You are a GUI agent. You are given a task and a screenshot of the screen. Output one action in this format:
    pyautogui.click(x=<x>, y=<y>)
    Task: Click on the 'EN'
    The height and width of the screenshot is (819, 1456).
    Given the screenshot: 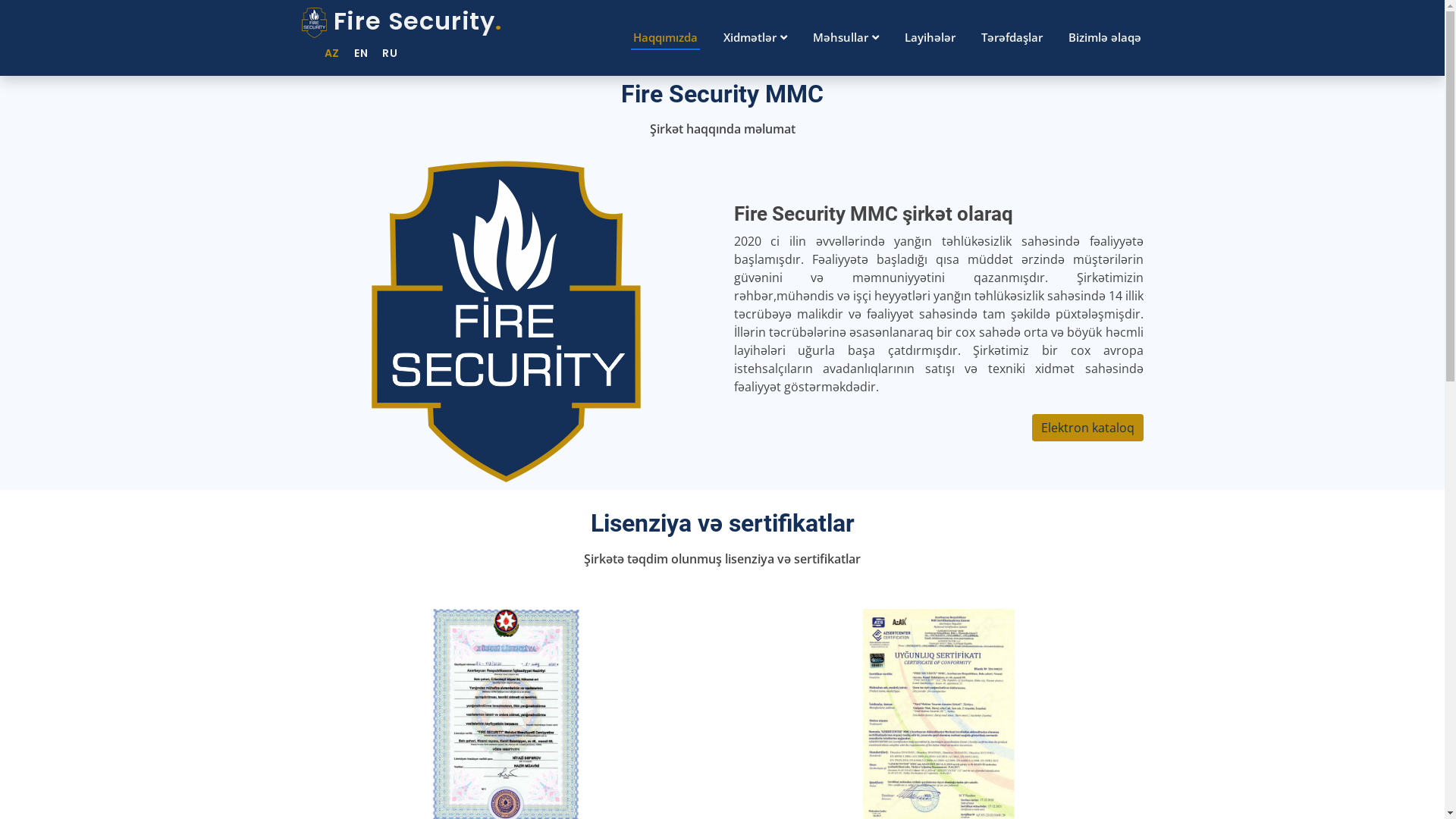 What is the action you would take?
    pyautogui.click(x=355, y=52)
    